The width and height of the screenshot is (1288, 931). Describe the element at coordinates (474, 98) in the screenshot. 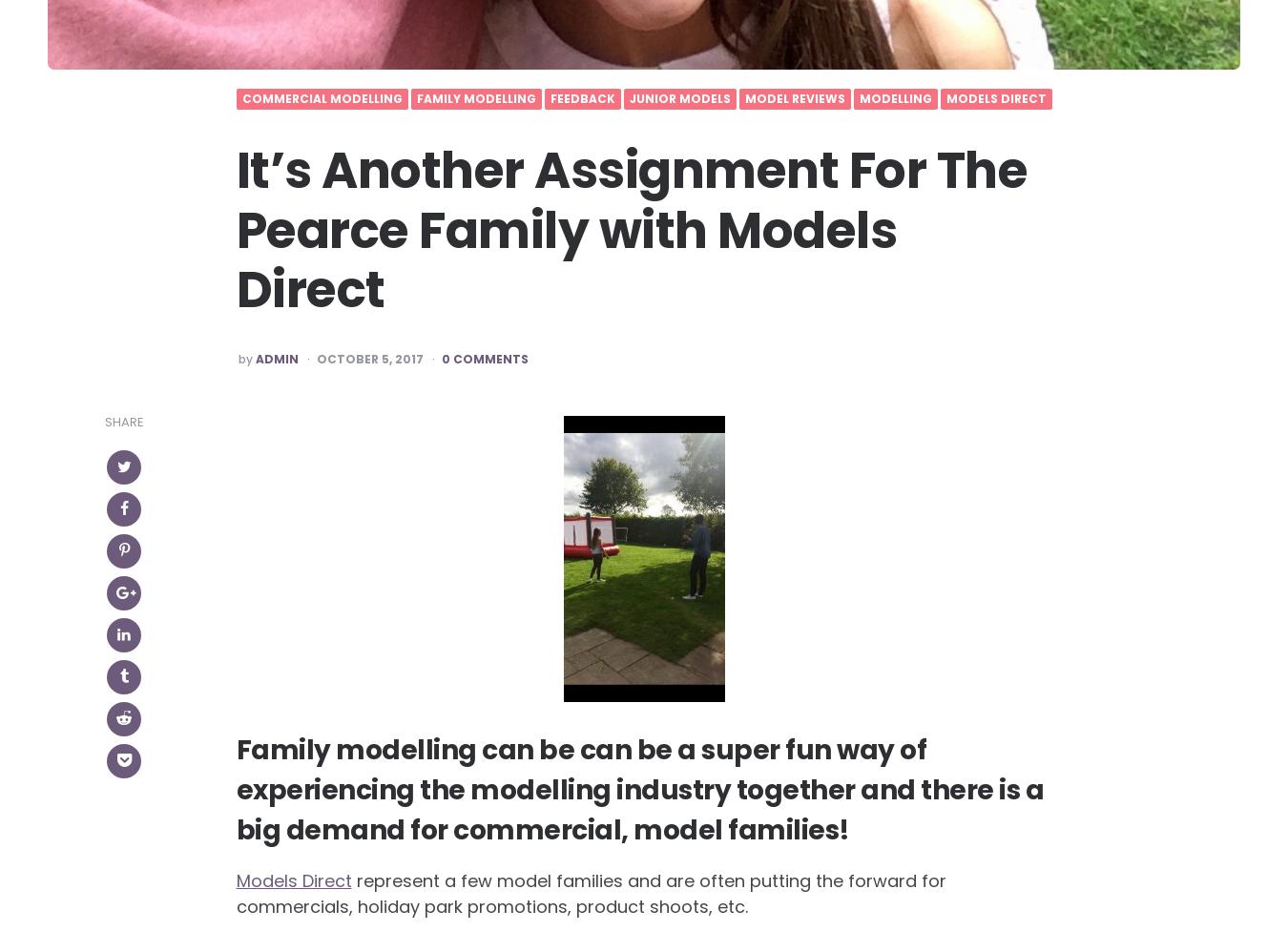

I see `'Family Modelling'` at that location.